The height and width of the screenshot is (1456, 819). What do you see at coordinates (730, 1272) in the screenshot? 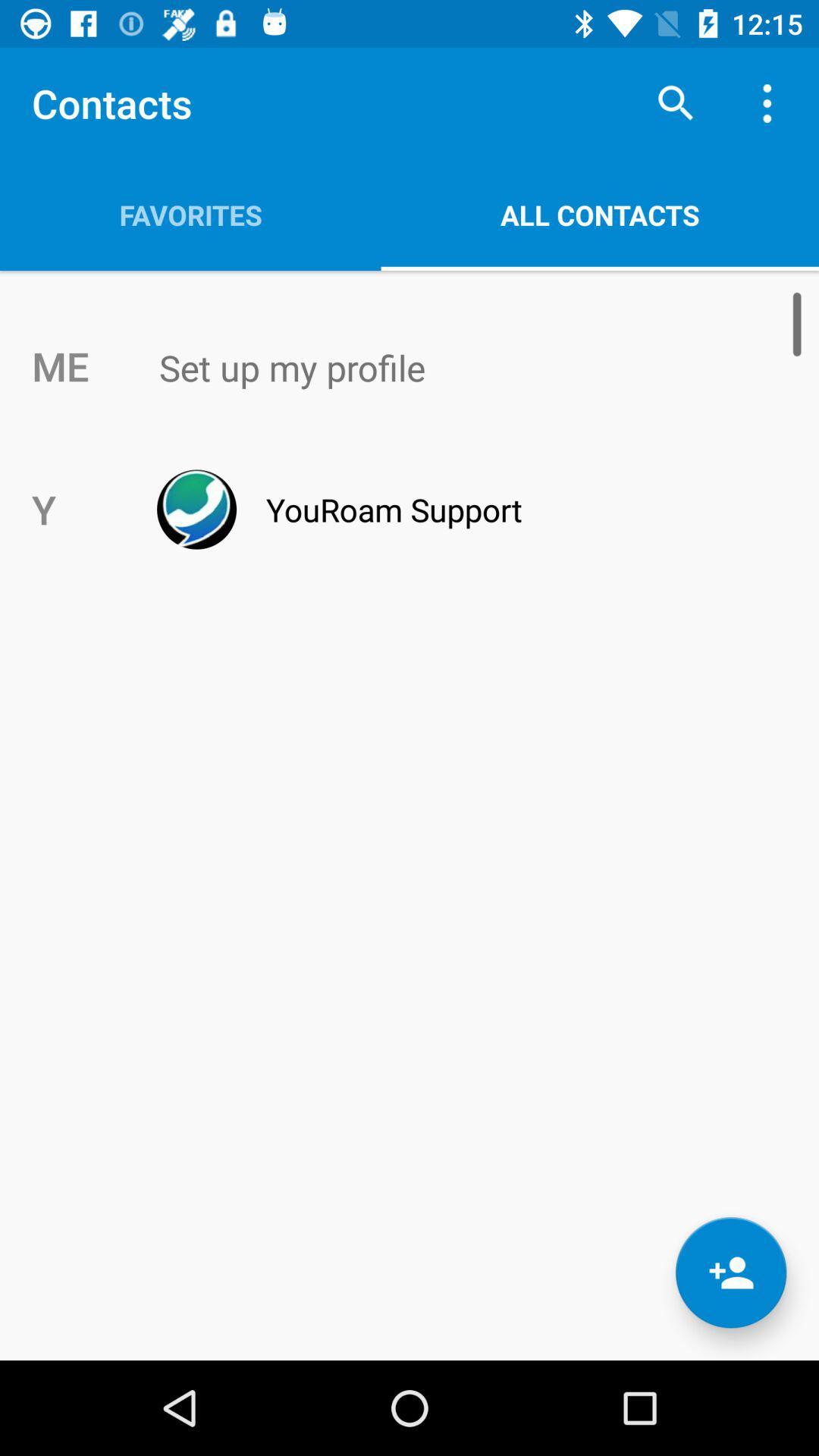
I see `icon below youroam support icon` at bounding box center [730, 1272].